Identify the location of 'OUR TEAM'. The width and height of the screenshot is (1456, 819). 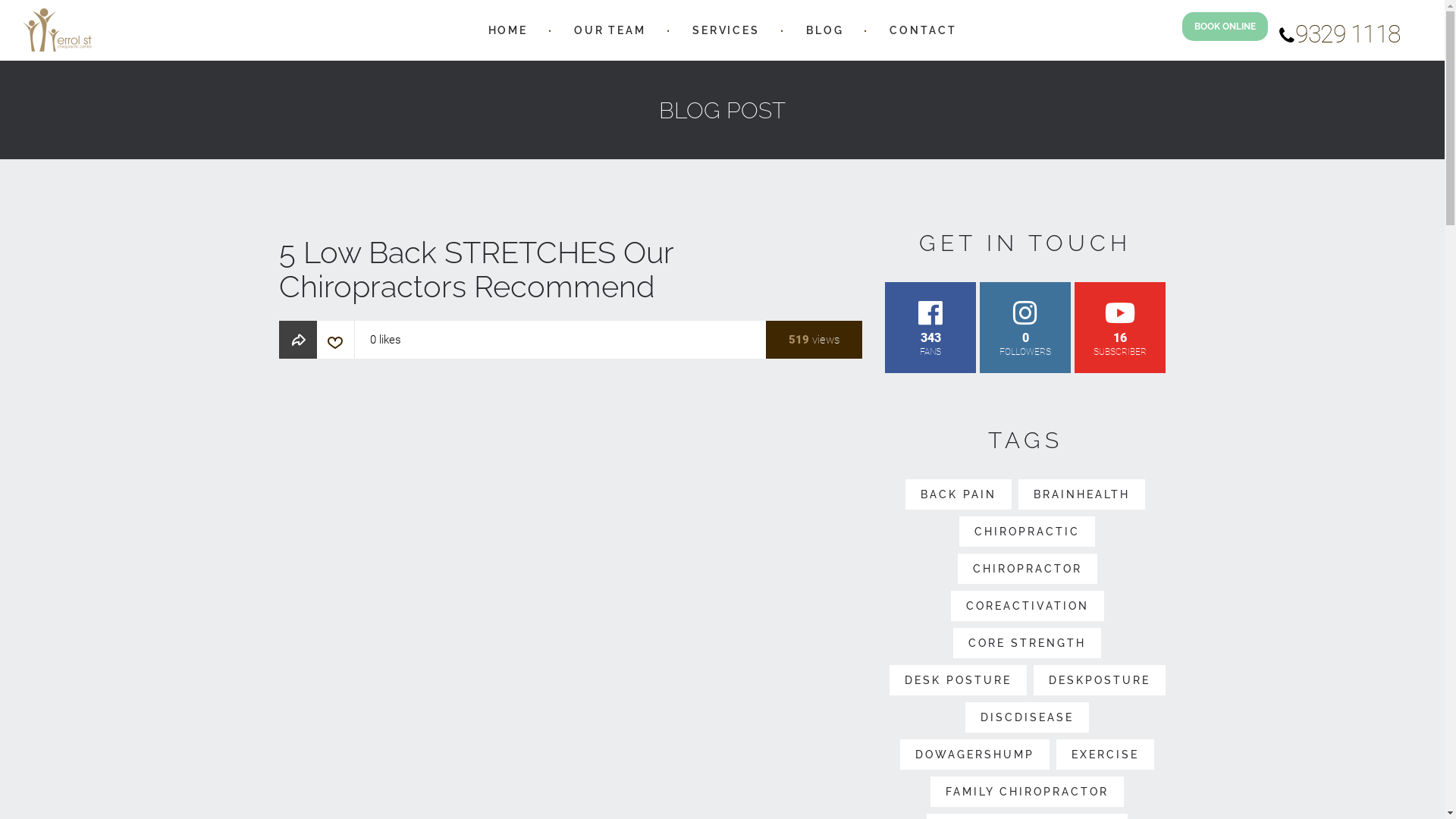
(610, 30).